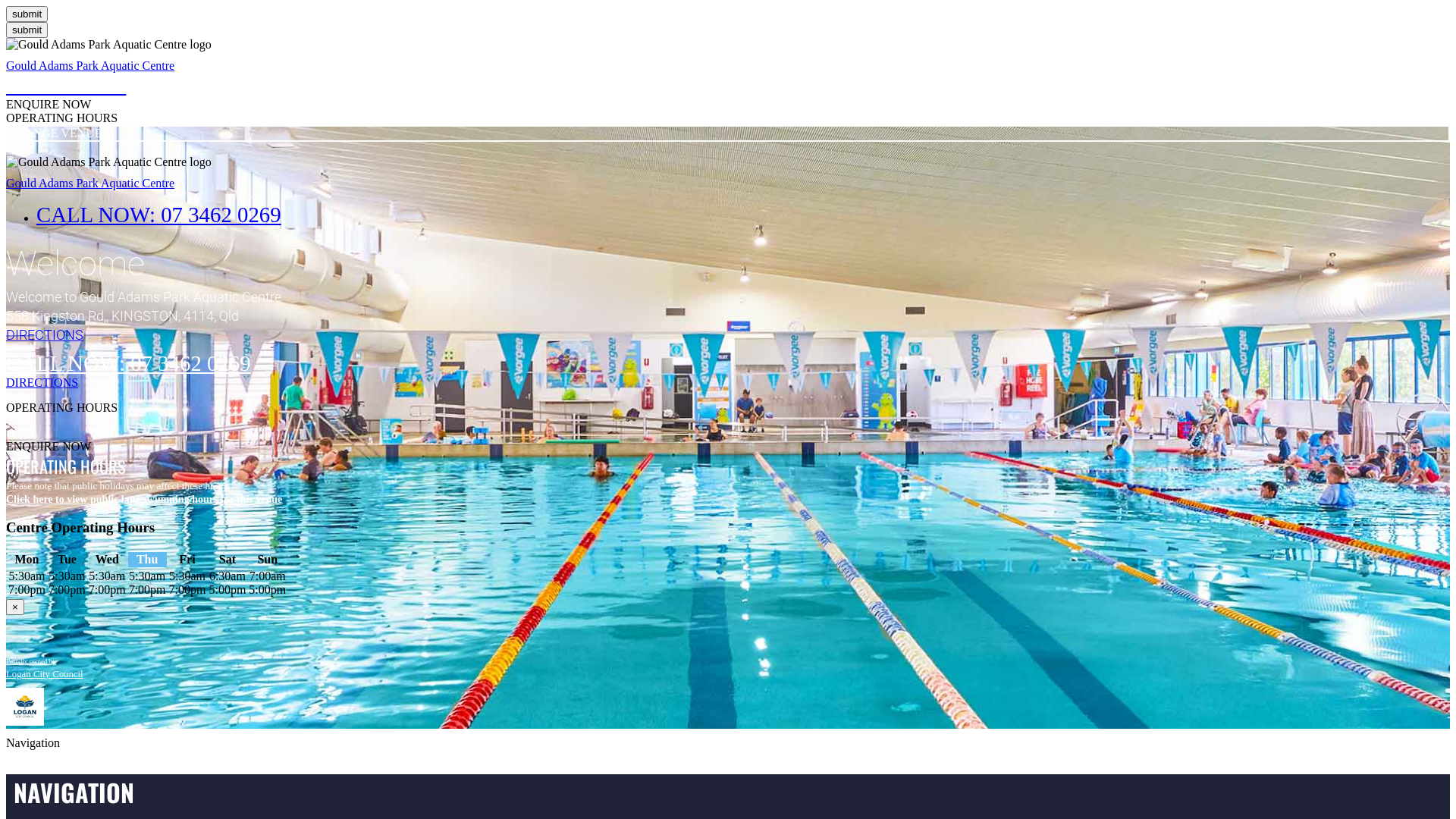 This screenshot has height=819, width=1456. I want to click on 'CALL NOW: 07 3462 0269', so click(158, 214).